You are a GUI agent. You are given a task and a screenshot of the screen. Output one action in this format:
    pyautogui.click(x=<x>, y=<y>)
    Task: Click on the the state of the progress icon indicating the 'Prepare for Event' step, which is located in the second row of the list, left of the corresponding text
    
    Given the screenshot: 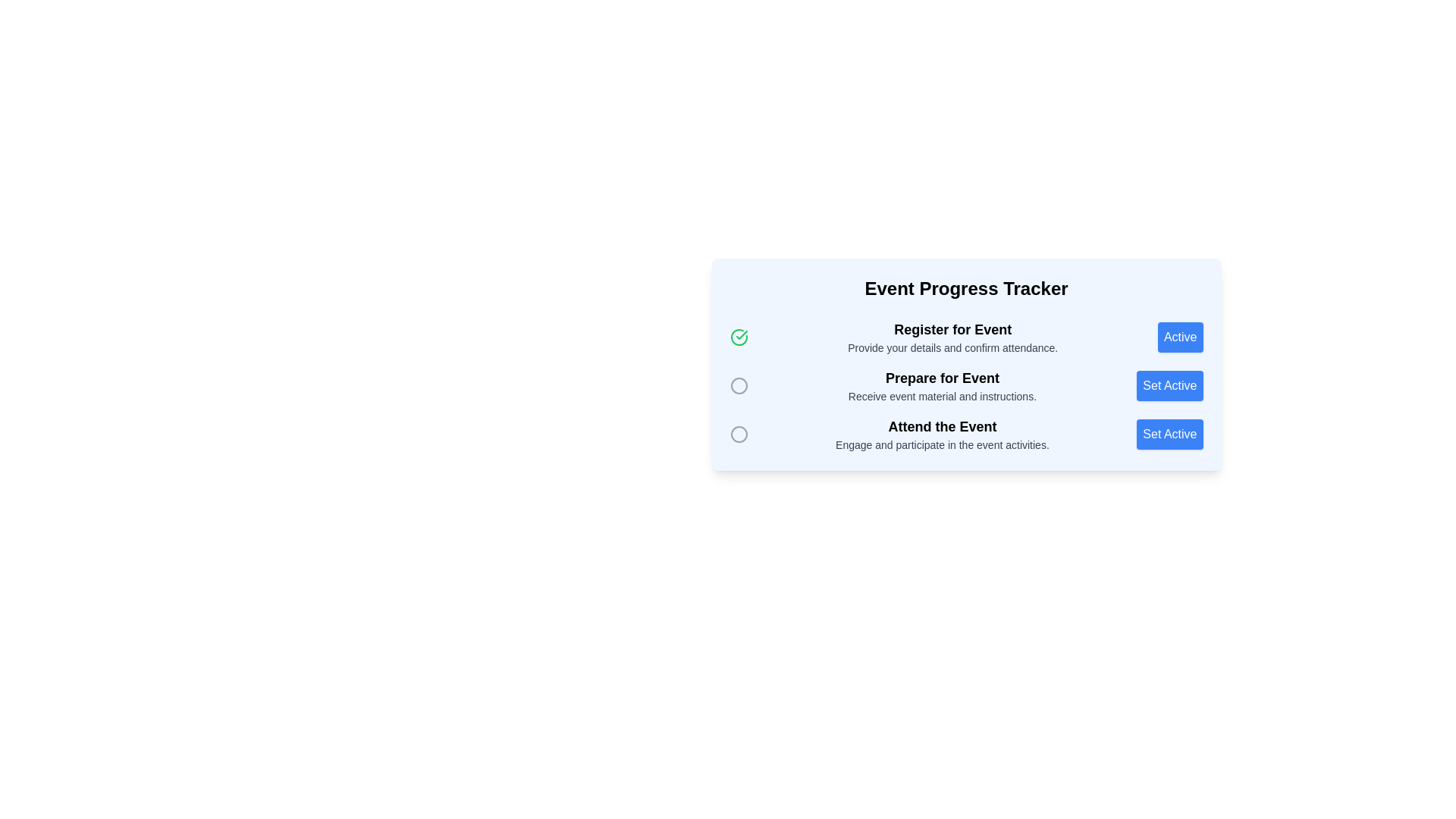 What is the action you would take?
    pyautogui.click(x=739, y=385)
    